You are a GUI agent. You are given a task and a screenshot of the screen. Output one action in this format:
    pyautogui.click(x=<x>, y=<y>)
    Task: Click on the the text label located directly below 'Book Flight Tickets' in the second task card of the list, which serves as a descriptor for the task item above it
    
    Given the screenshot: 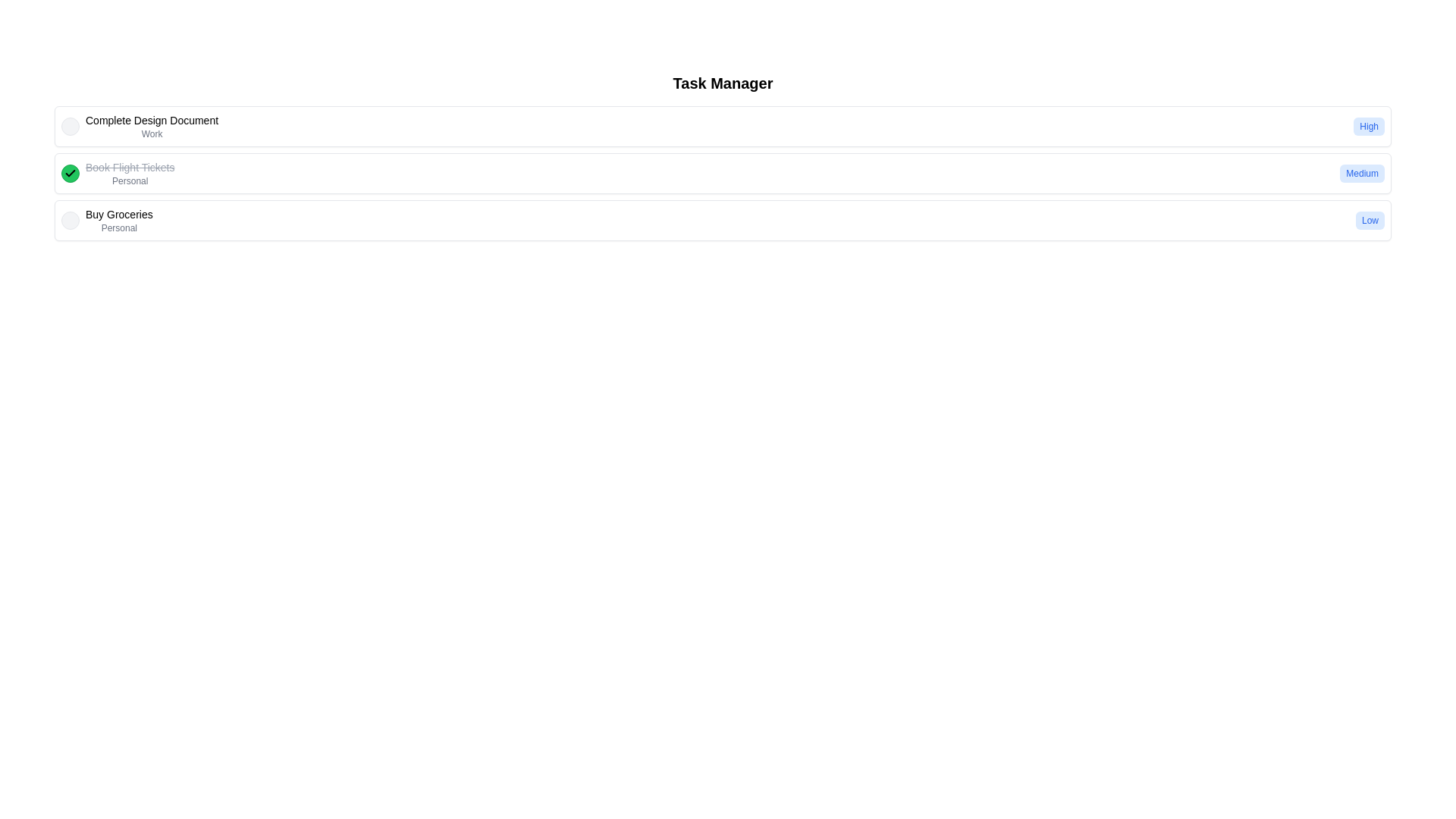 What is the action you would take?
    pyautogui.click(x=130, y=180)
    